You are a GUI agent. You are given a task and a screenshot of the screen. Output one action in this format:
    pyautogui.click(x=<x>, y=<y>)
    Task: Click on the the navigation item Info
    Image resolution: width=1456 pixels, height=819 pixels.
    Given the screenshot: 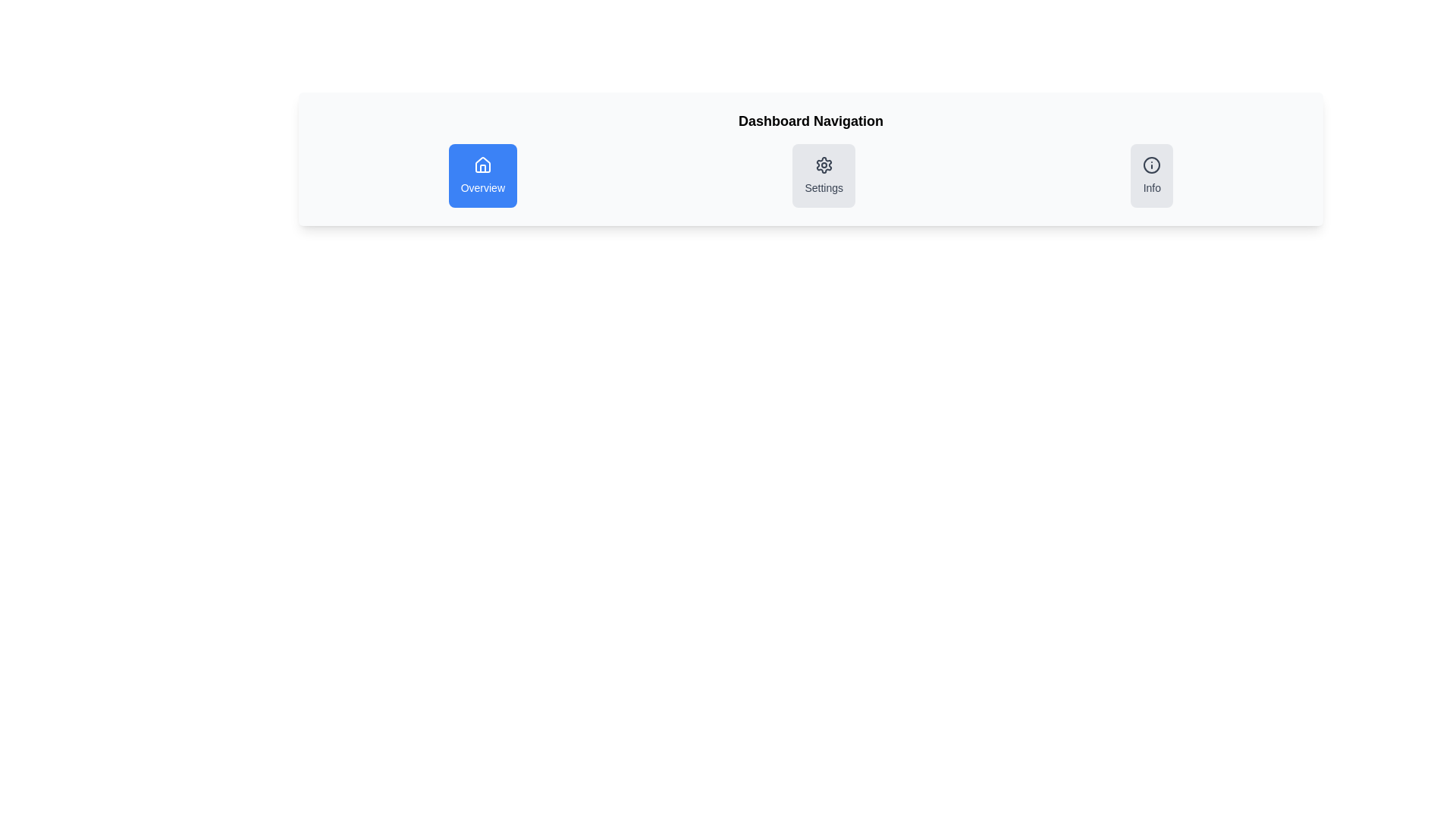 What is the action you would take?
    pyautogui.click(x=1152, y=174)
    